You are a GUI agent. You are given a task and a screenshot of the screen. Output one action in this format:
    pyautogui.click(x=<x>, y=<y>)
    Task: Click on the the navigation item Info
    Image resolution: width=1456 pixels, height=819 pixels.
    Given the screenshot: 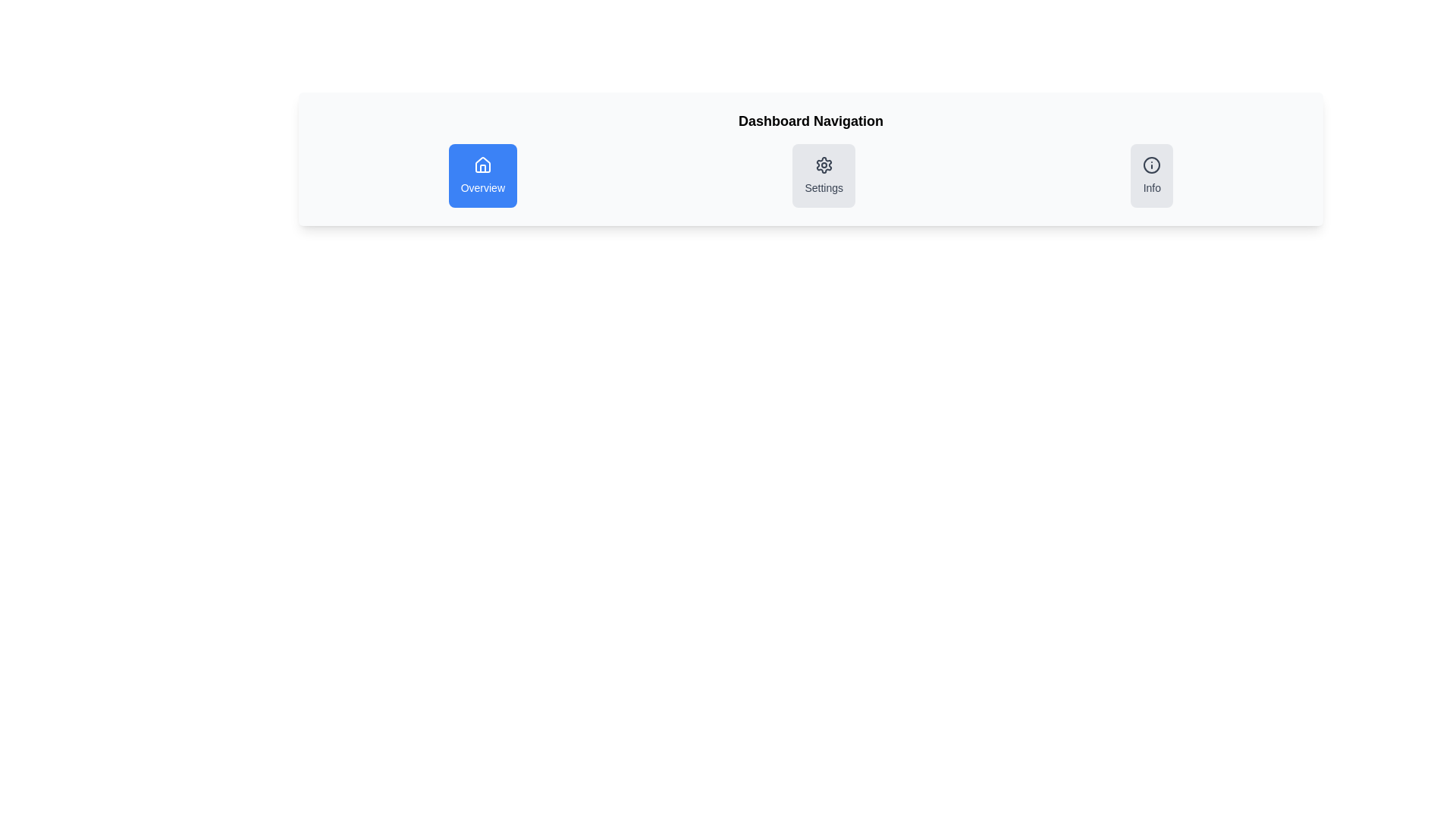 What is the action you would take?
    pyautogui.click(x=1152, y=174)
    